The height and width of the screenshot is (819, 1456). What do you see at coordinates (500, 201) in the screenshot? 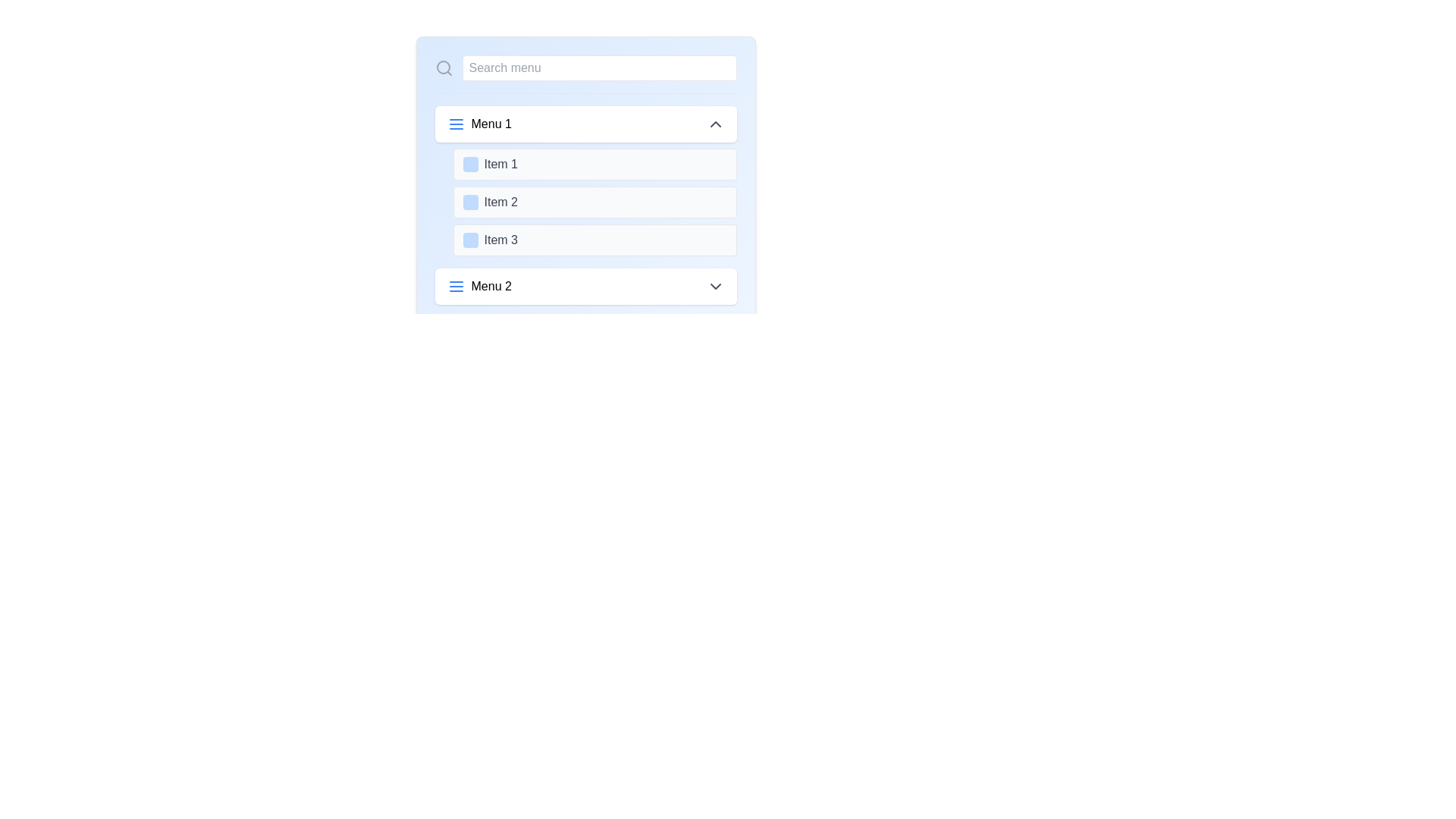
I see `the static text label 'Item 2' located` at bounding box center [500, 201].